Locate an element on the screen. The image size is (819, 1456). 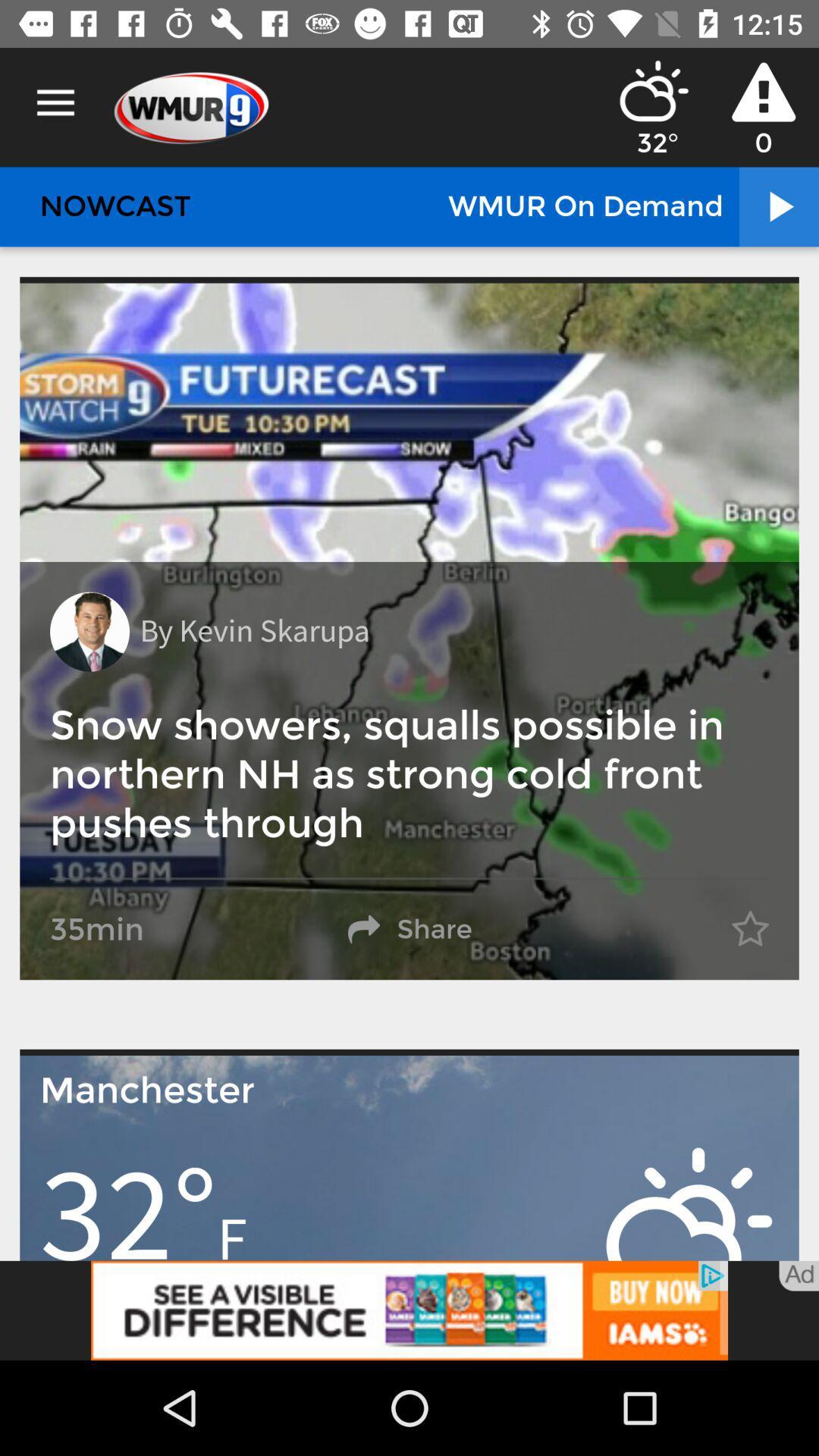
the menu icon is located at coordinates (55, 102).